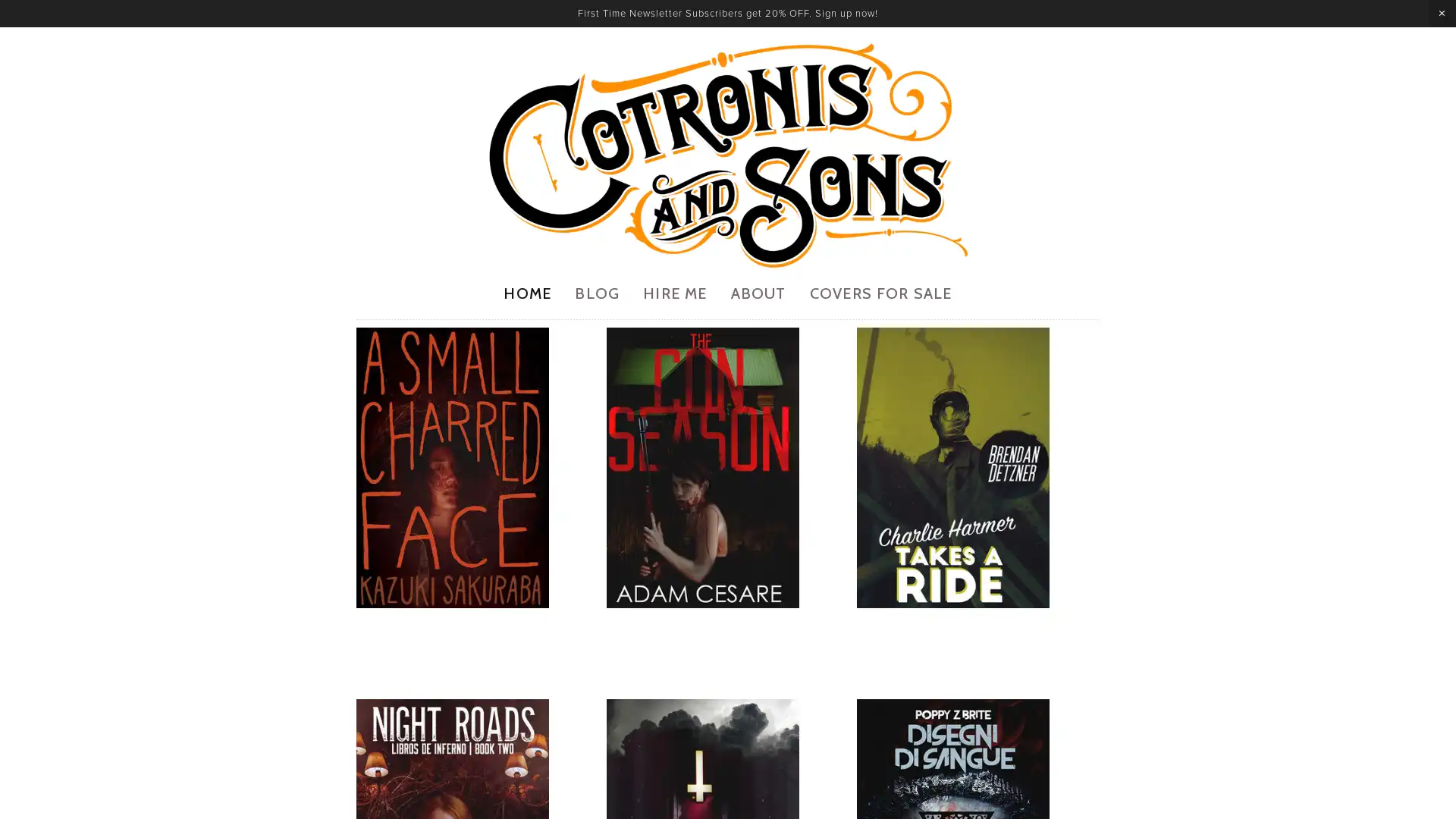 Image resolution: width=1456 pixels, height=819 pixels. Describe the element at coordinates (476, 509) in the screenshot. I see `View fullsize 1.jpg` at that location.